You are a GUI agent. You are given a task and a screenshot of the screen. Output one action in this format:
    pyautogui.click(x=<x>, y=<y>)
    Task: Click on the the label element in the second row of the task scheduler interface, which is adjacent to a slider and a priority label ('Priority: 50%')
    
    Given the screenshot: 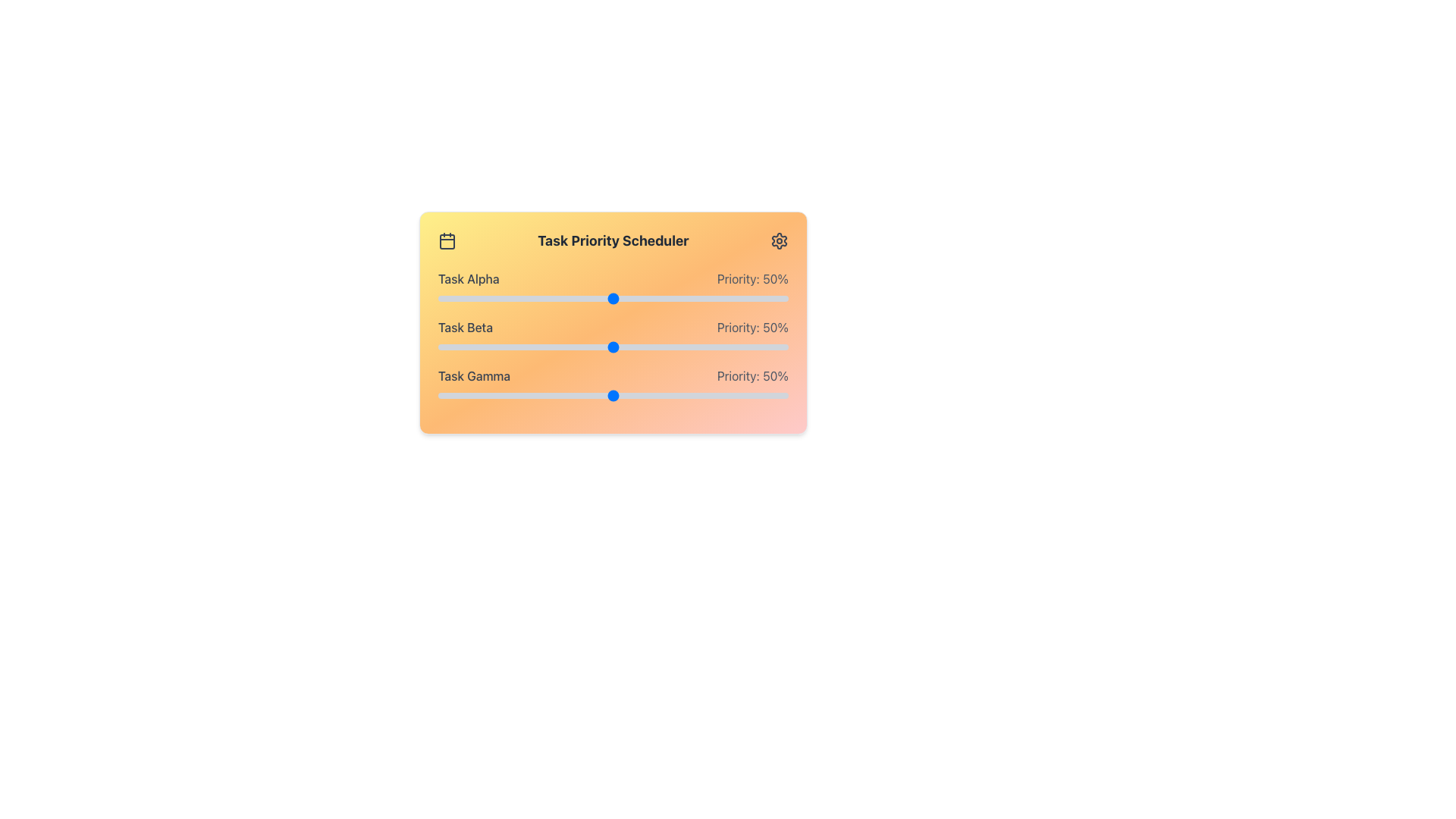 What is the action you would take?
    pyautogui.click(x=465, y=327)
    